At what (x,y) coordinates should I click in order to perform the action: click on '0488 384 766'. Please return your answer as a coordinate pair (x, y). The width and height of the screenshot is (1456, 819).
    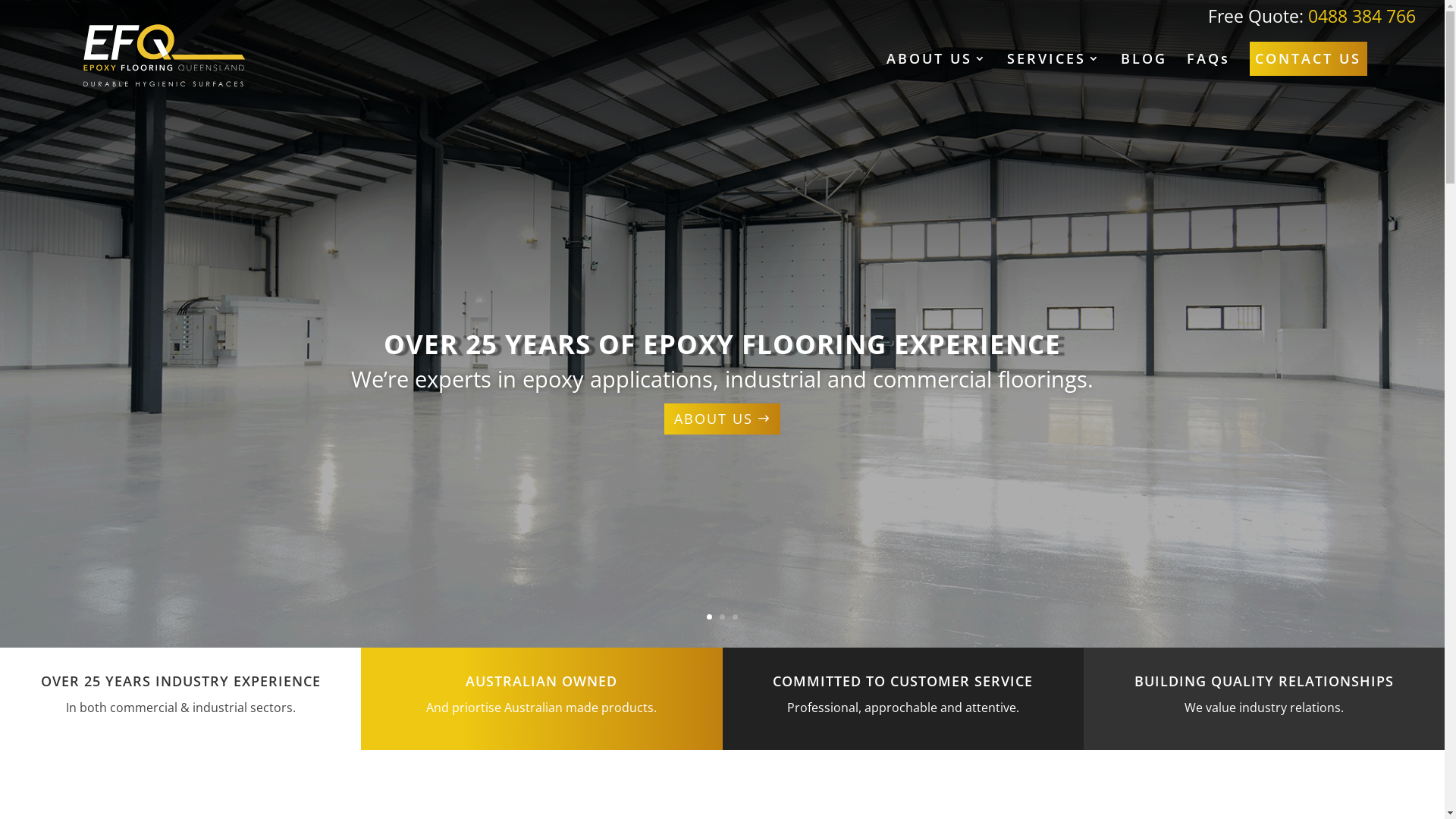
    Looking at the image, I should click on (1361, 15).